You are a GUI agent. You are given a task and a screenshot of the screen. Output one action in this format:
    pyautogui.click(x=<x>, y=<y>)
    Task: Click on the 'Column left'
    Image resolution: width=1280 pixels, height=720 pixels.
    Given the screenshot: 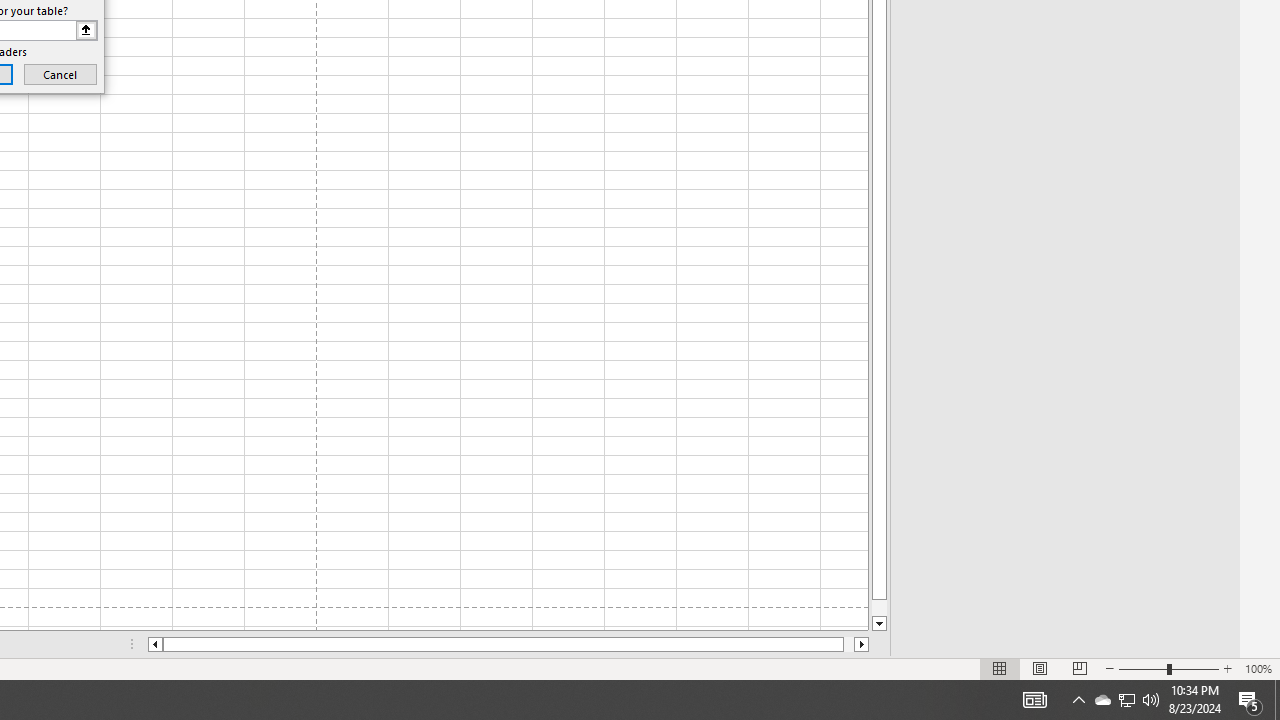 What is the action you would take?
    pyautogui.click(x=153, y=644)
    